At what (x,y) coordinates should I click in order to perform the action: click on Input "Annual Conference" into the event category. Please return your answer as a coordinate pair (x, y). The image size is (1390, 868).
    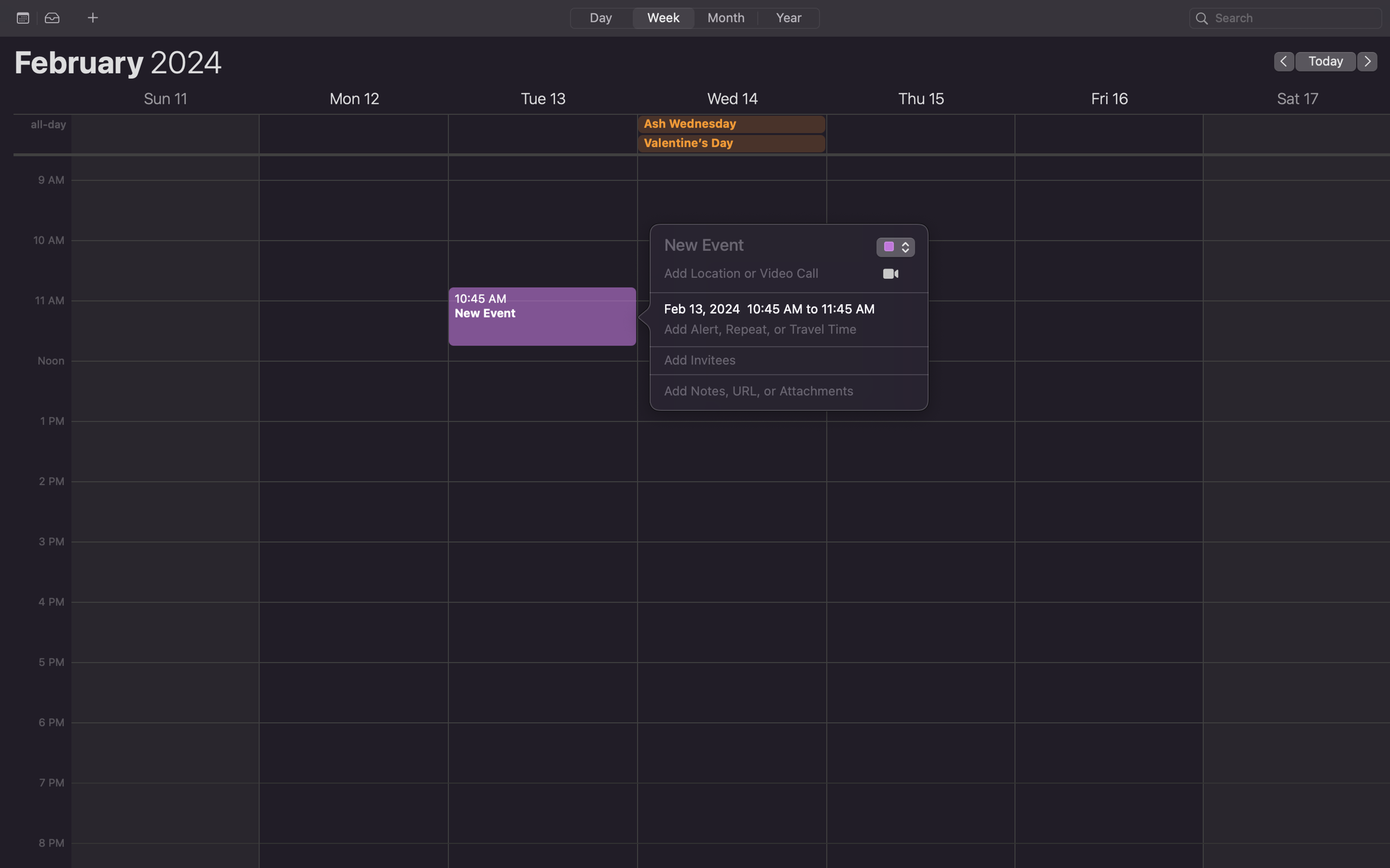
    Looking at the image, I should click on (887, 249).